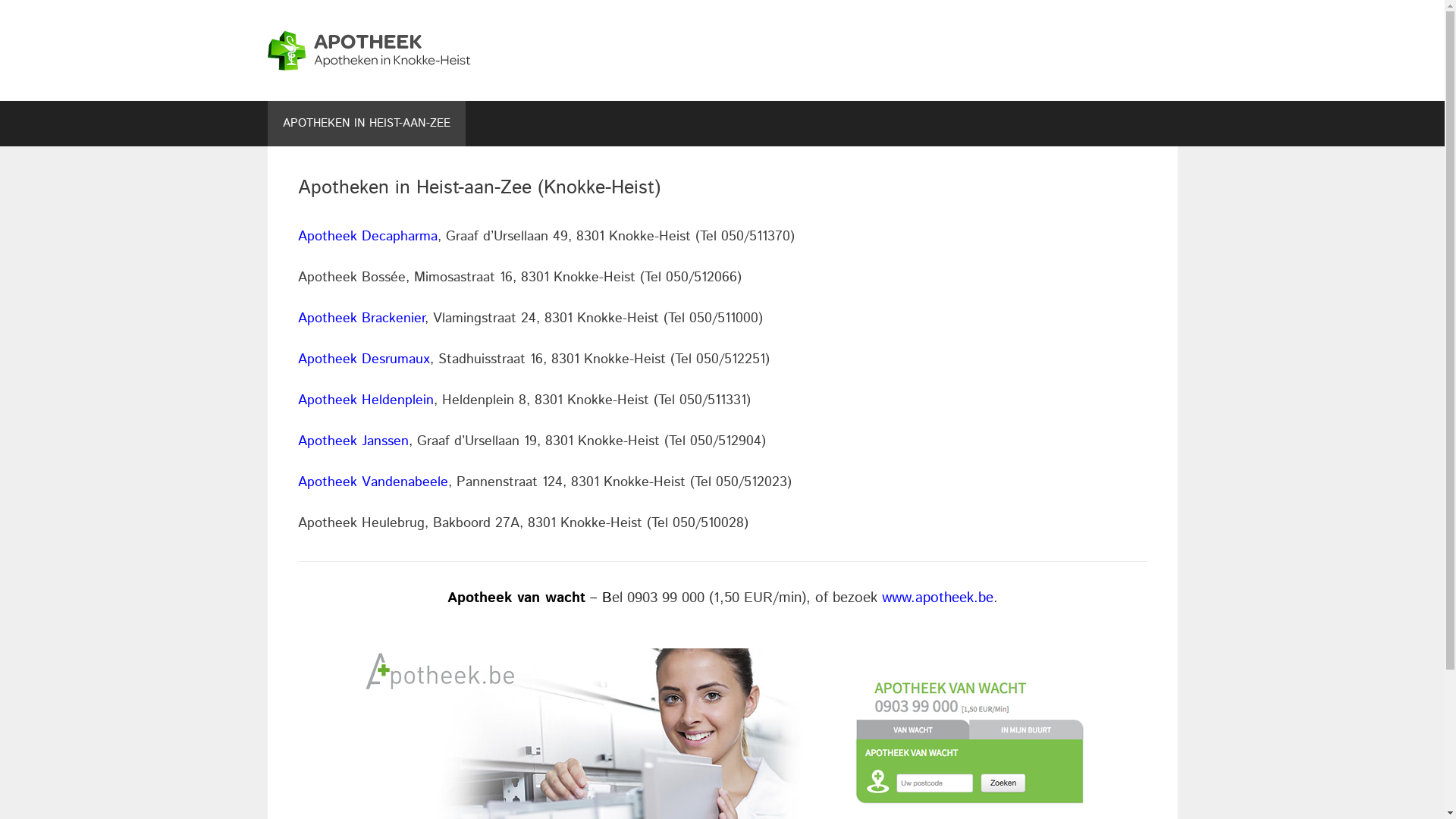 This screenshot has height=819, width=1456. I want to click on 'Apotheek Desrumaux', so click(362, 359).